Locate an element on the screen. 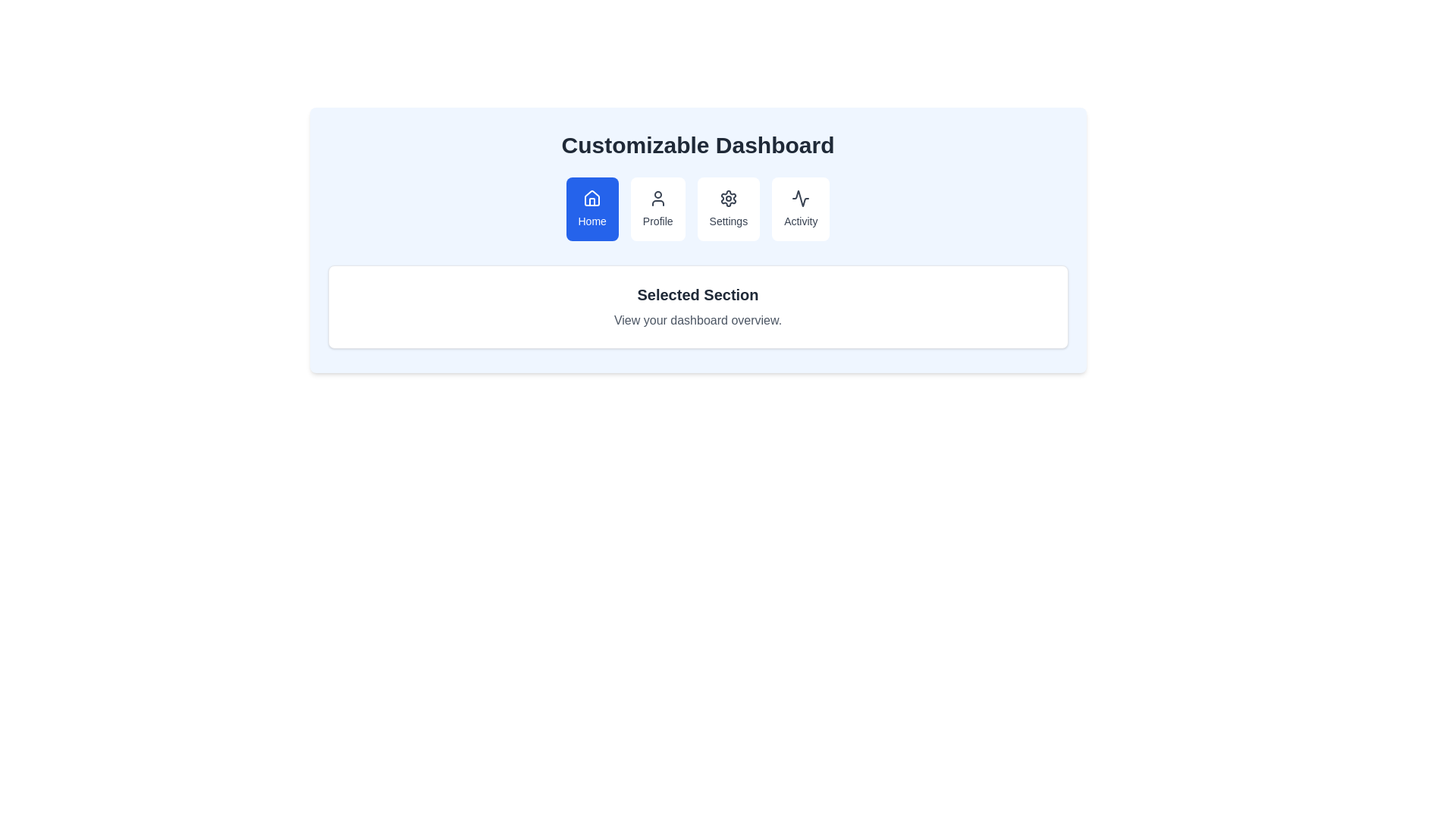  the 'Home' icon located at the top-left corner of the 'Home' button in the dashboard is located at coordinates (591, 198).